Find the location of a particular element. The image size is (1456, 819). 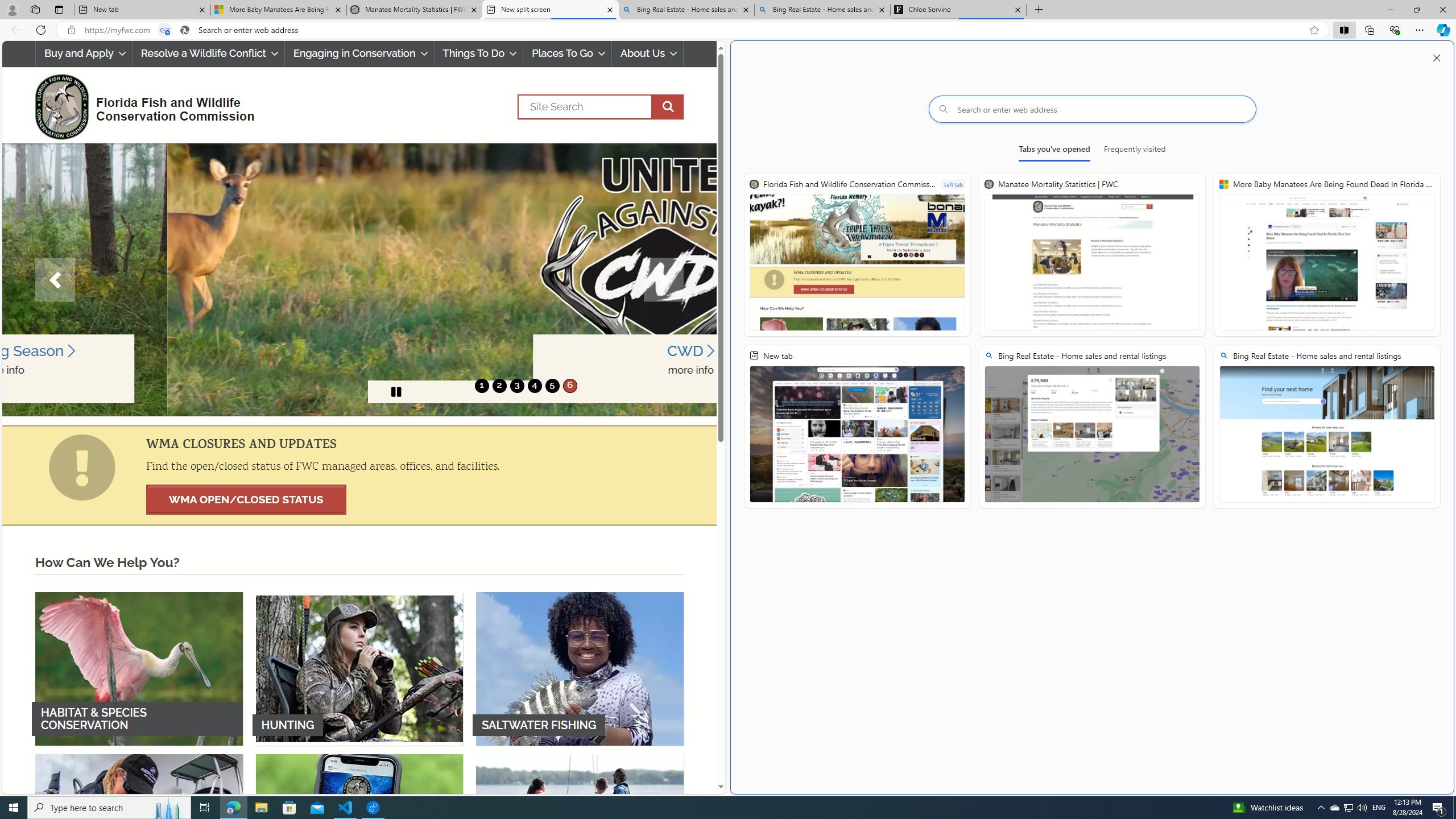

'SALTWATER FISHING' is located at coordinates (580, 668).